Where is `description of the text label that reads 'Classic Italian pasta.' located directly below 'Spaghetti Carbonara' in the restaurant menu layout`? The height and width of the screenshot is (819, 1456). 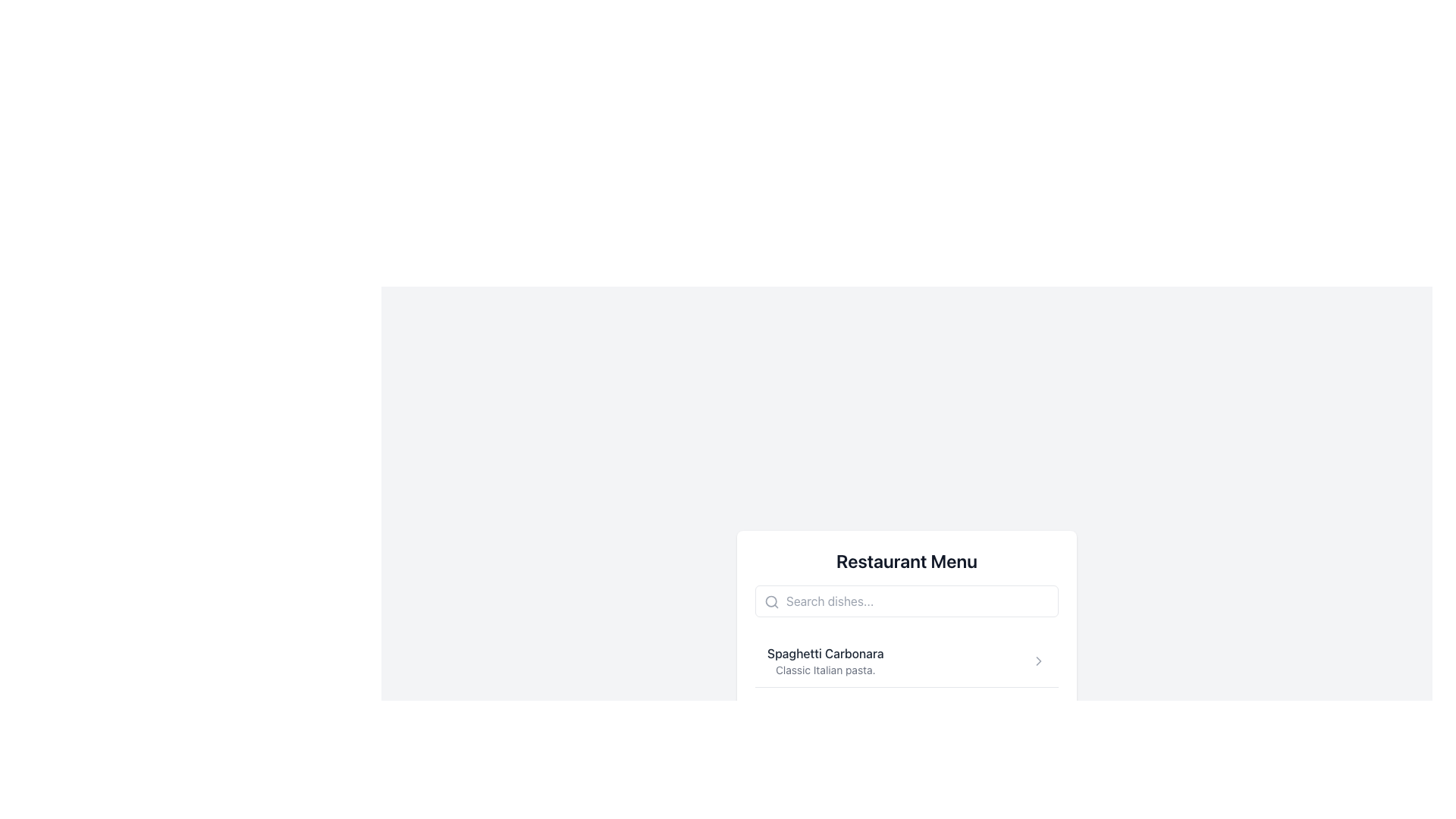 description of the text label that reads 'Classic Italian pasta.' located directly below 'Spaghetti Carbonara' in the restaurant menu layout is located at coordinates (824, 669).